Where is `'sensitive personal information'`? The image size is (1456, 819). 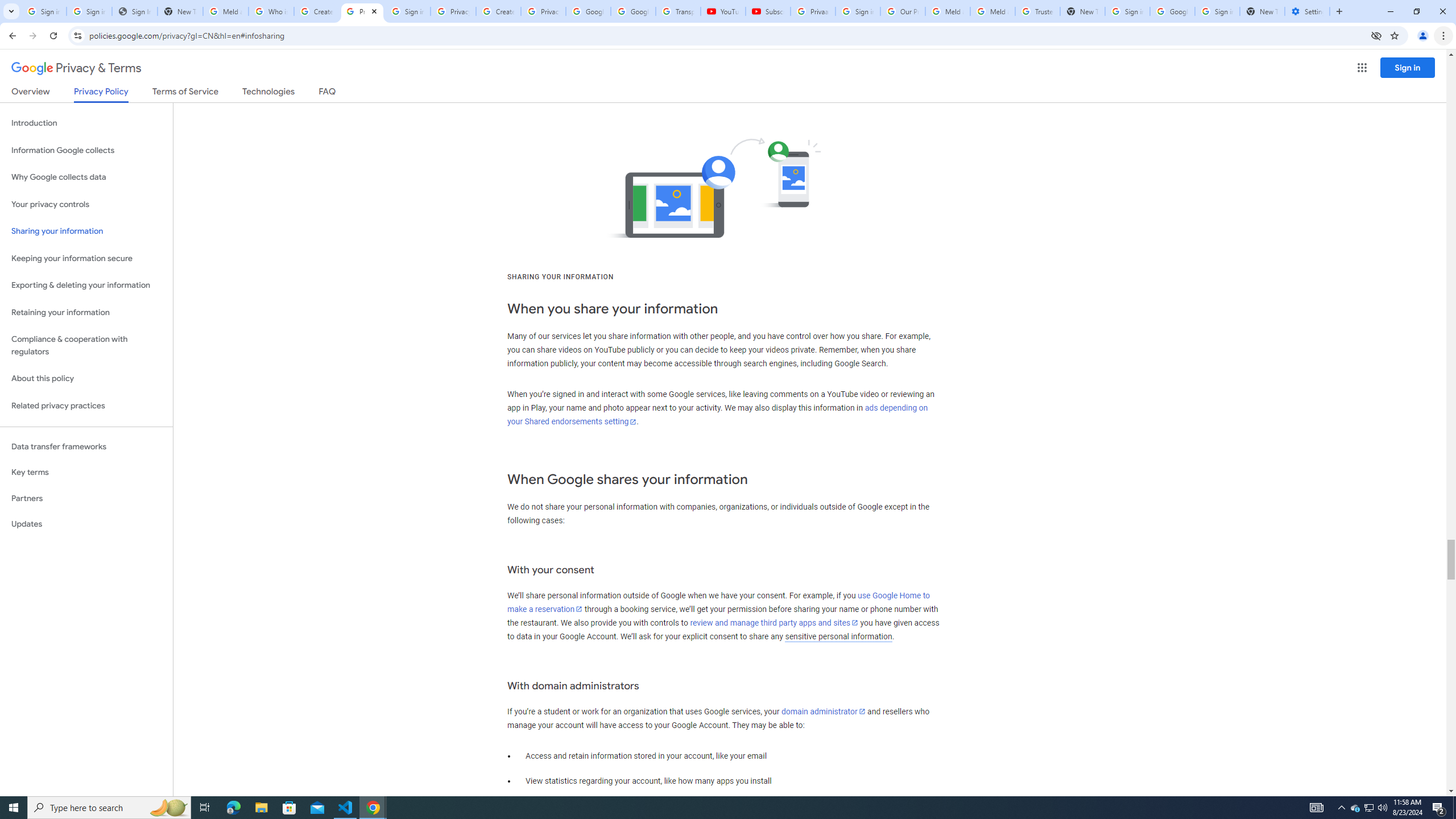 'sensitive personal information' is located at coordinates (838, 636).